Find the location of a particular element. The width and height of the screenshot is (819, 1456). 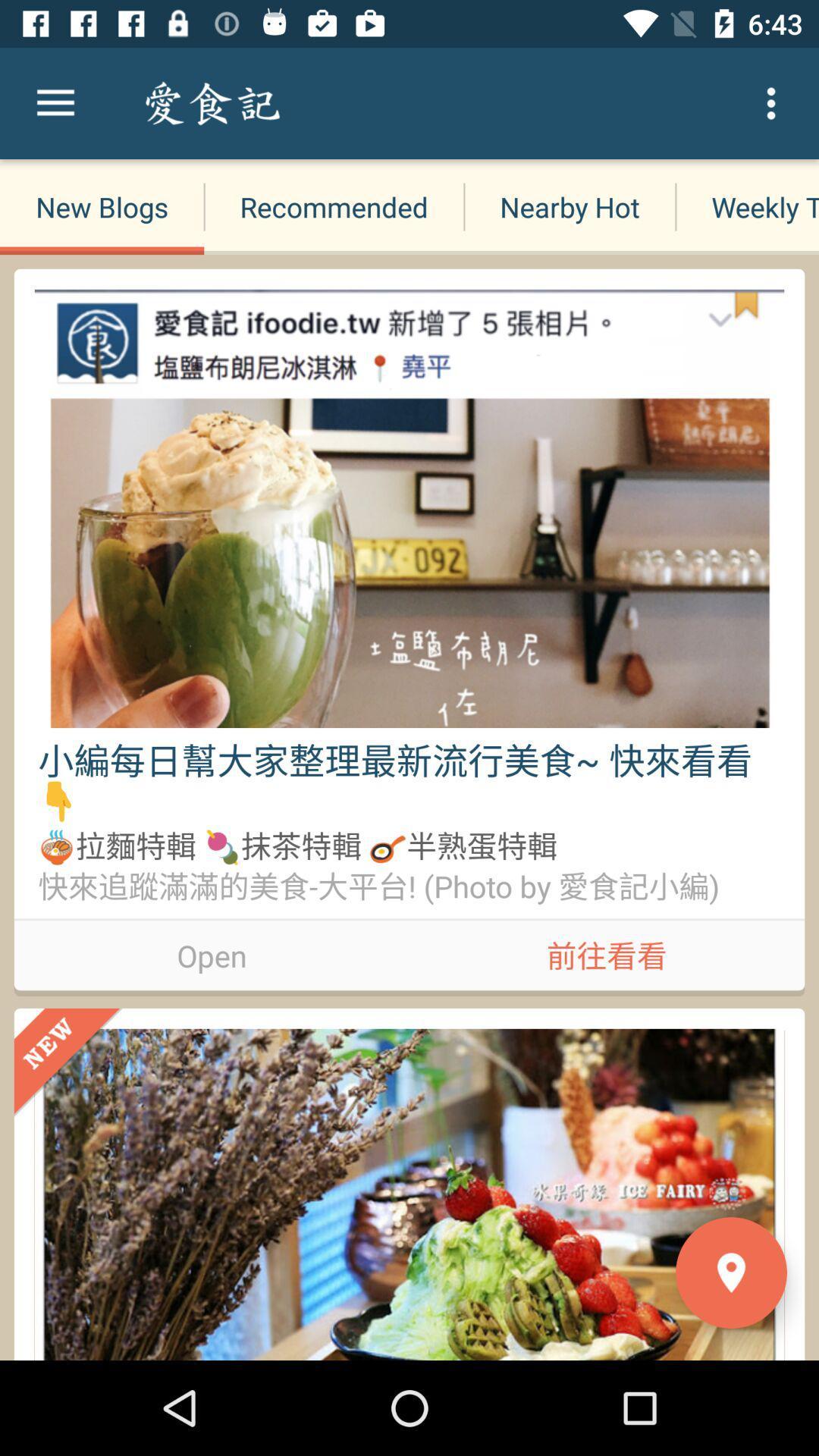

nearby hot icon is located at coordinates (570, 206).